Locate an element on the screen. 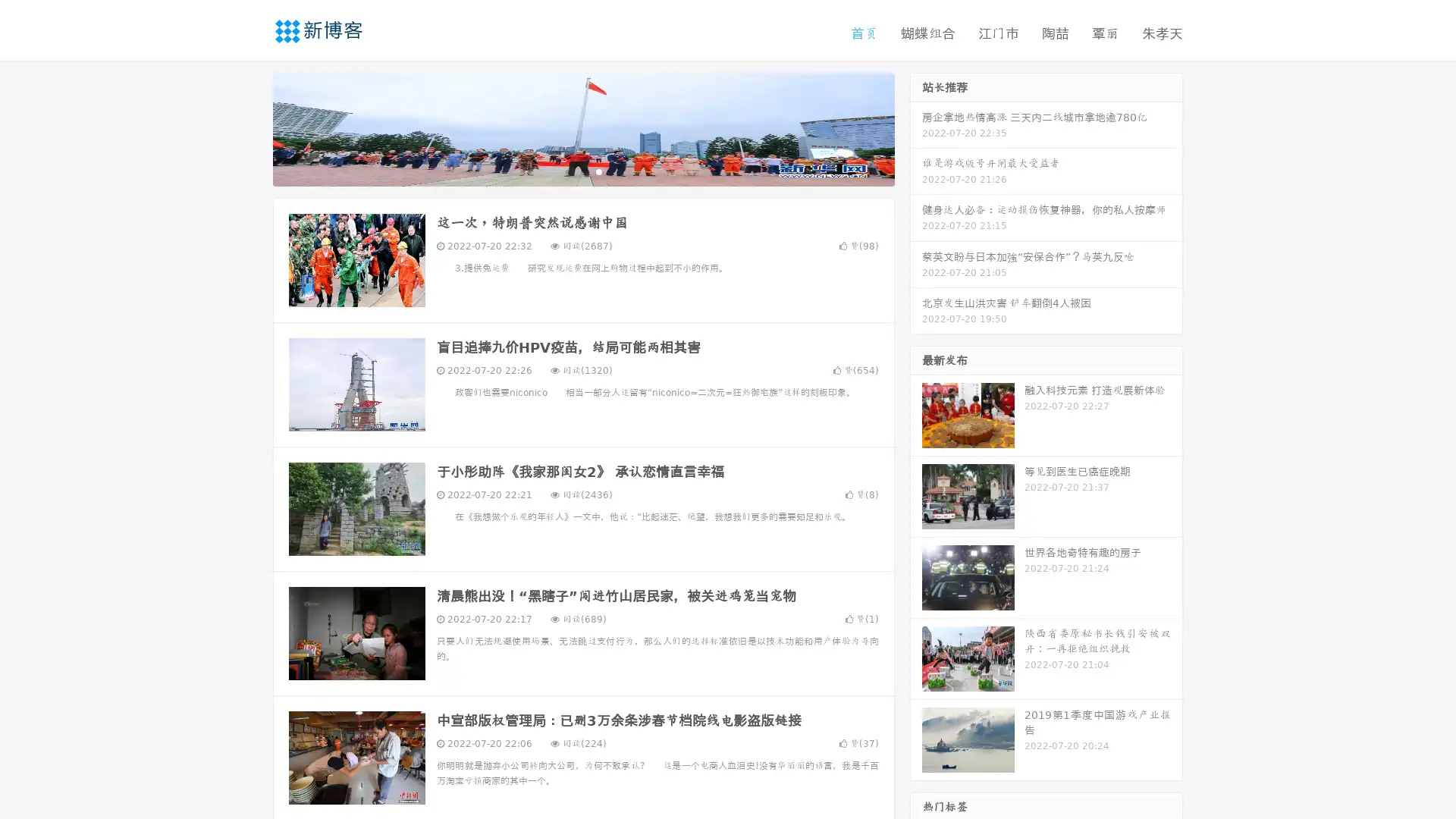  Go to slide 3 is located at coordinates (598, 171).